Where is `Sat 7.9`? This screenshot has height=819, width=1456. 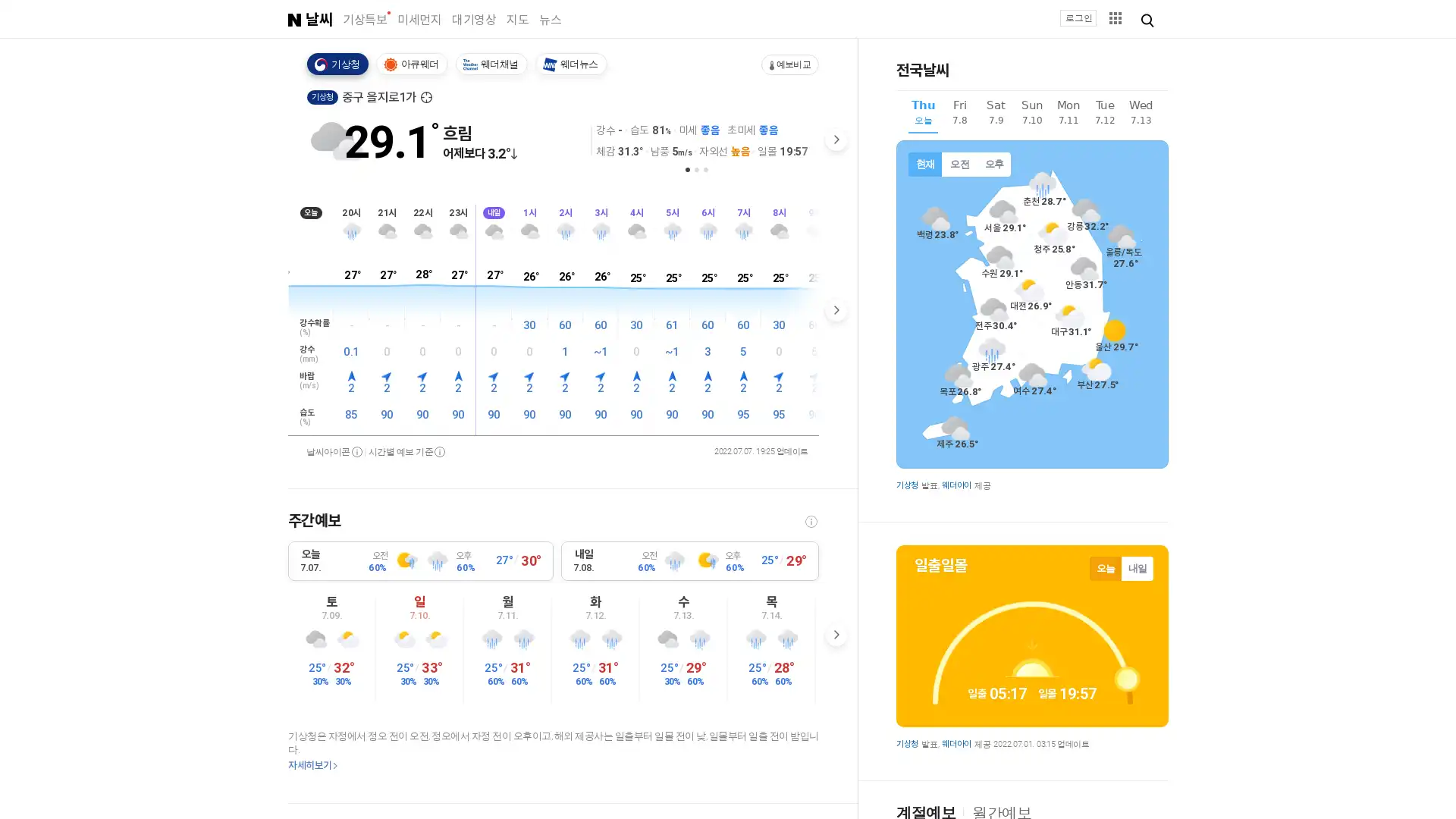
Sat 7.9 is located at coordinates (996, 114).